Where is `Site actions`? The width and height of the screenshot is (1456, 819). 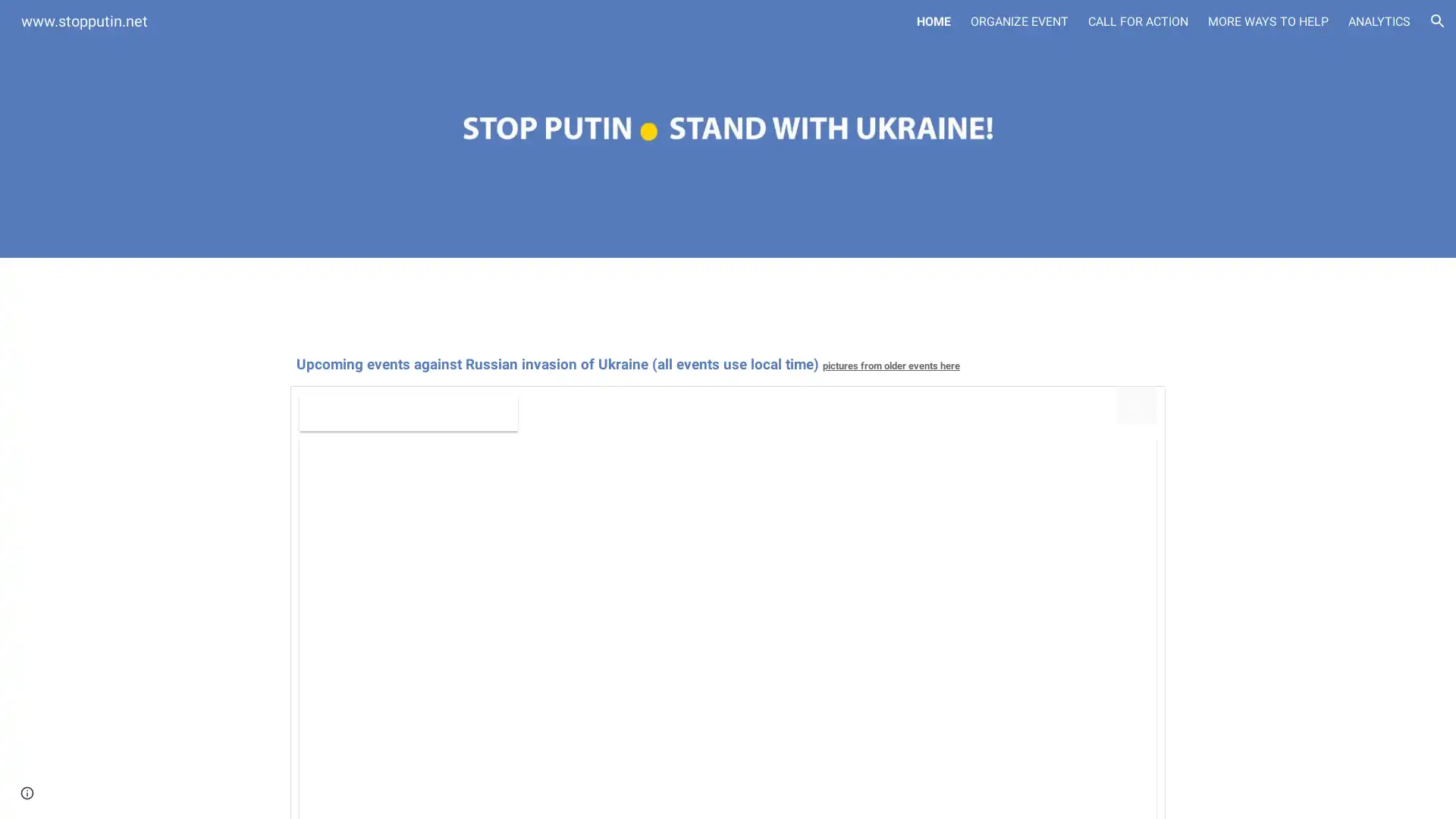 Site actions is located at coordinates (27, 792).